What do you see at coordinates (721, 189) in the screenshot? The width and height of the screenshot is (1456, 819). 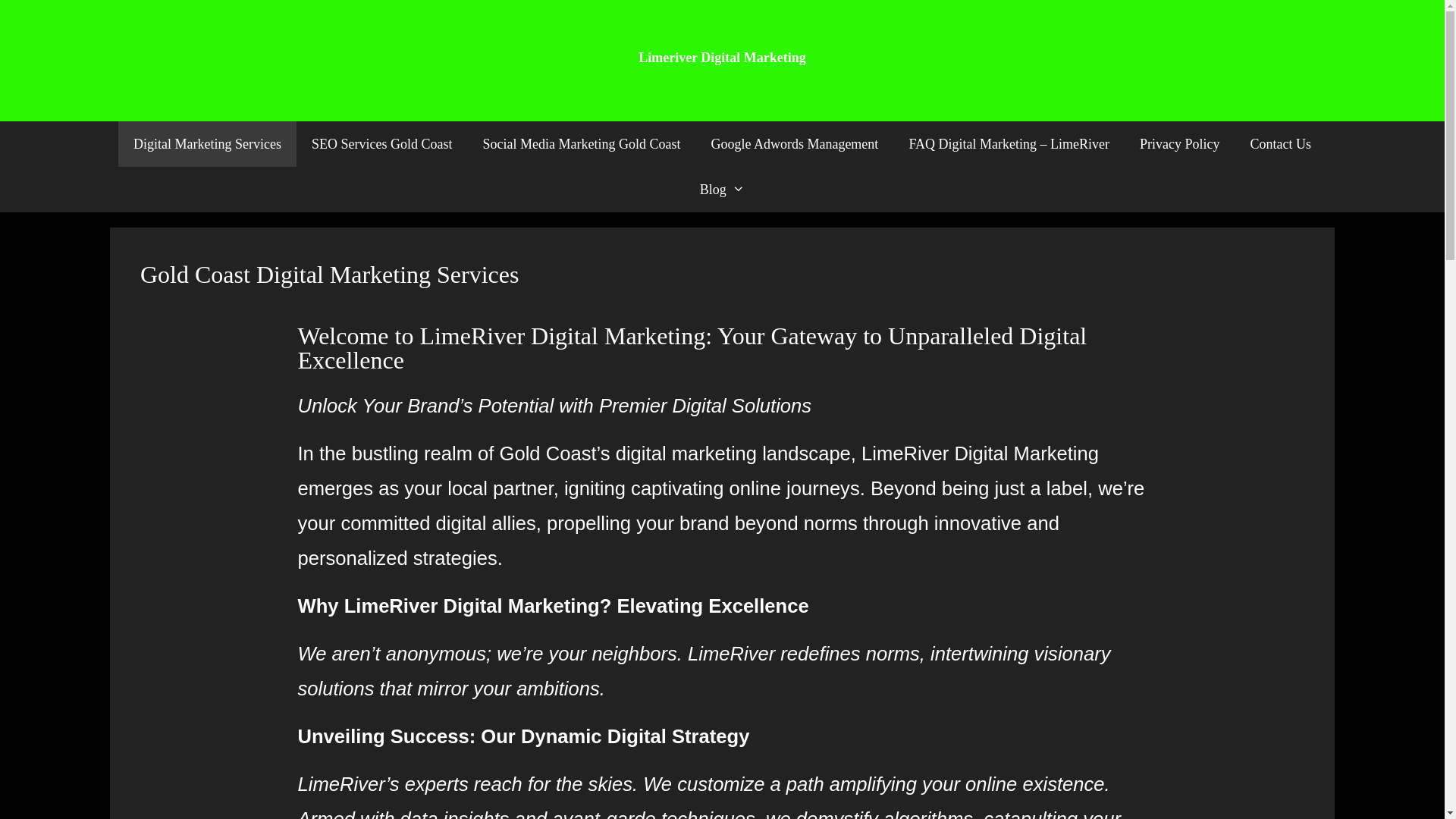 I see `'Blog'` at bounding box center [721, 189].